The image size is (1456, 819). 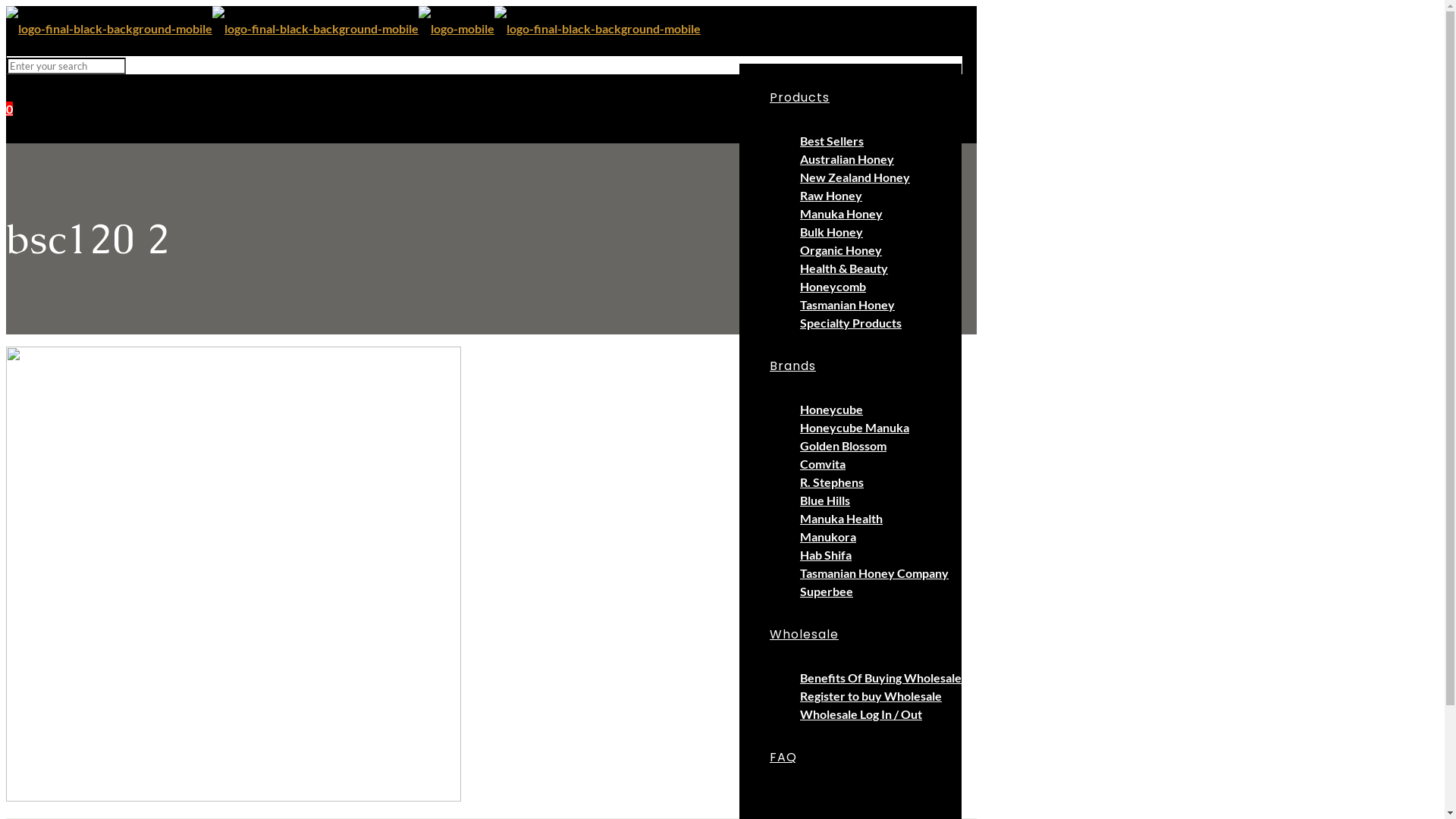 What do you see at coordinates (821, 463) in the screenshot?
I see `'Comvita'` at bounding box center [821, 463].